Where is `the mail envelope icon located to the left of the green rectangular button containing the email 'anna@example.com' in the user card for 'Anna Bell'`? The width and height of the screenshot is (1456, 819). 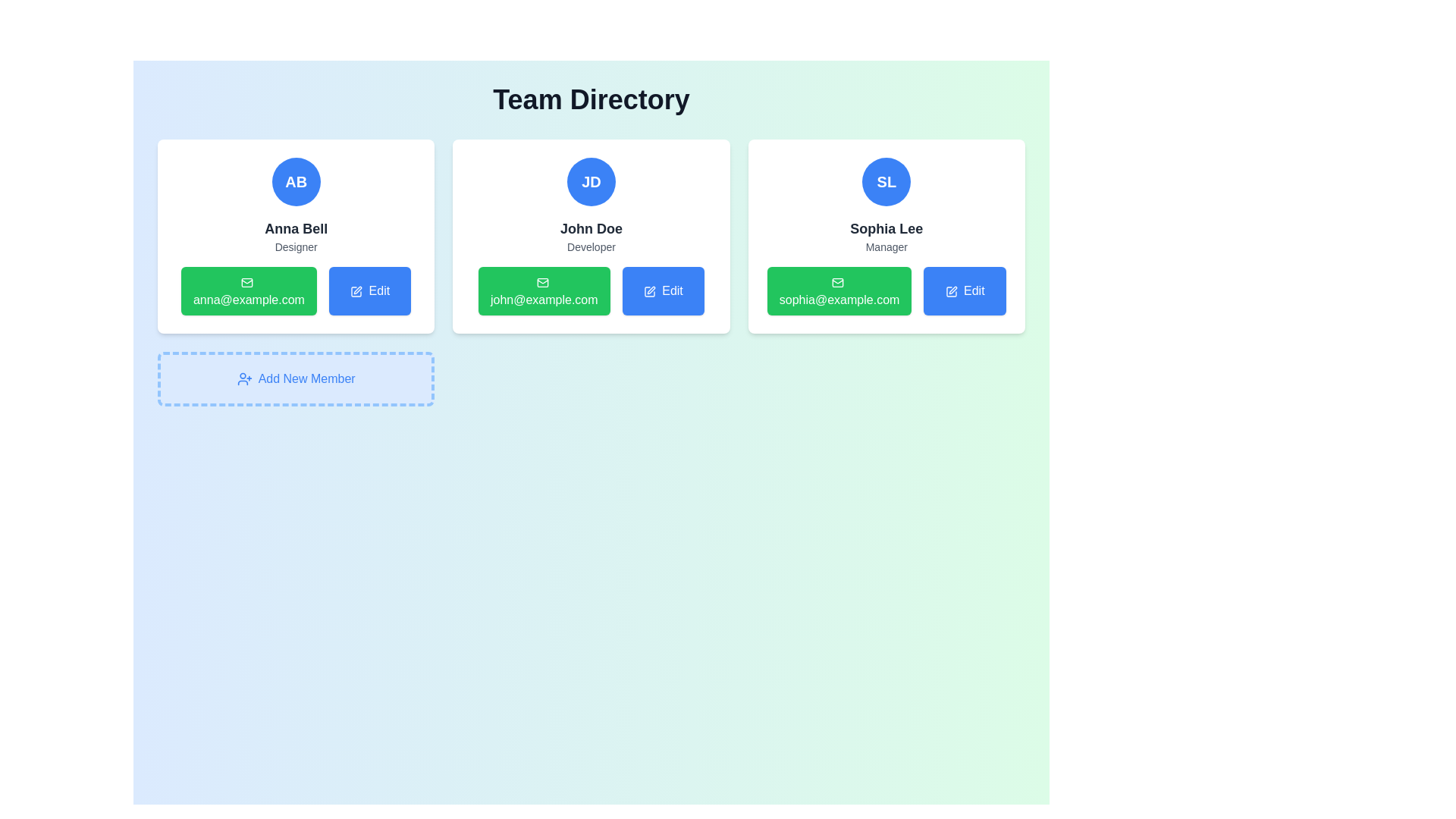
the mail envelope icon located to the left of the green rectangular button containing the email 'anna@example.com' in the user card for 'Anna Bell' is located at coordinates (247, 282).